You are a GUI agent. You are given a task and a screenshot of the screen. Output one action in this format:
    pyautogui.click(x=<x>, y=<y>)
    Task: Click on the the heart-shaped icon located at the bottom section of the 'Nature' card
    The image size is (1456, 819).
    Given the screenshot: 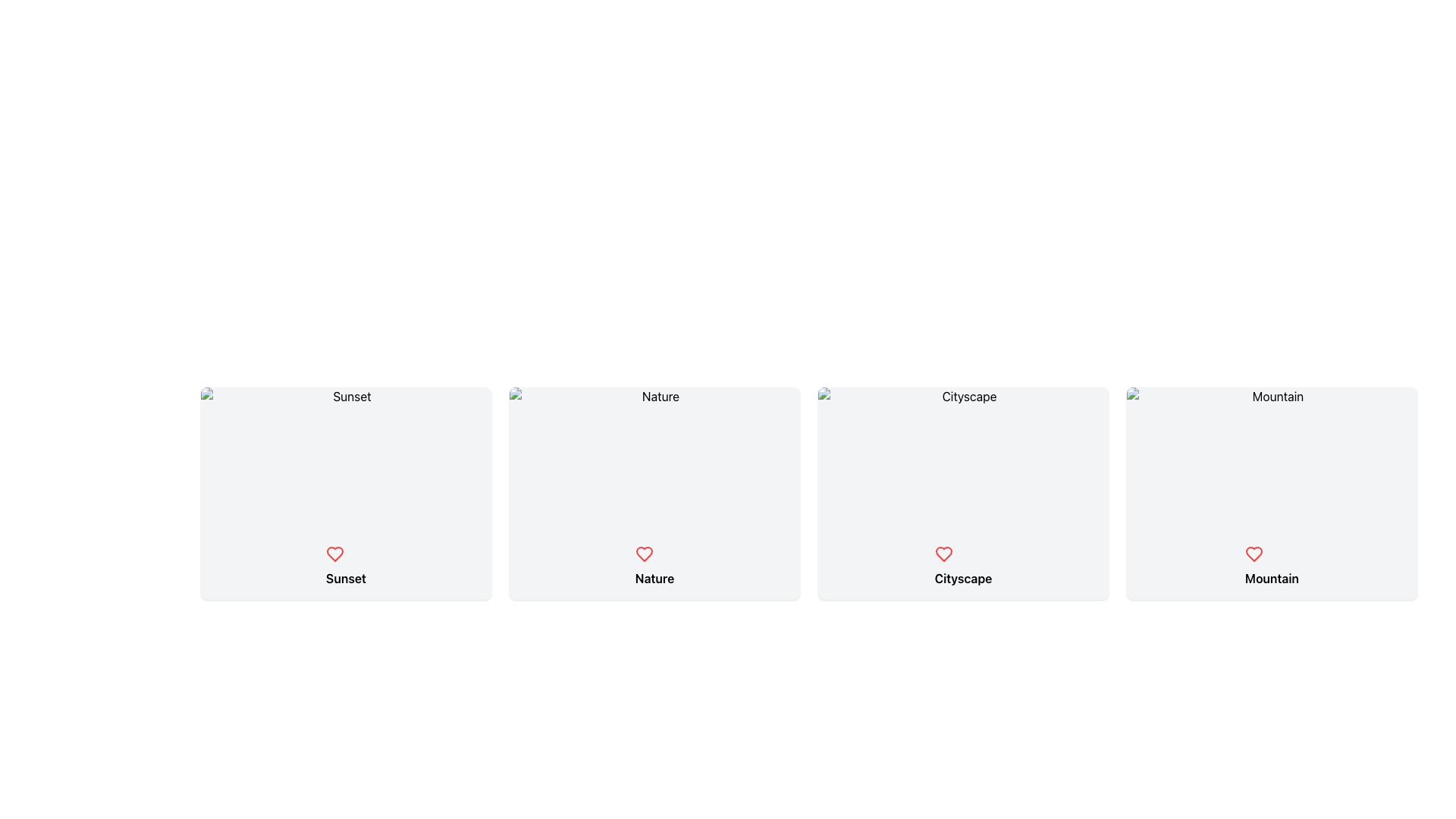 What is the action you would take?
    pyautogui.click(x=644, y=554)
    